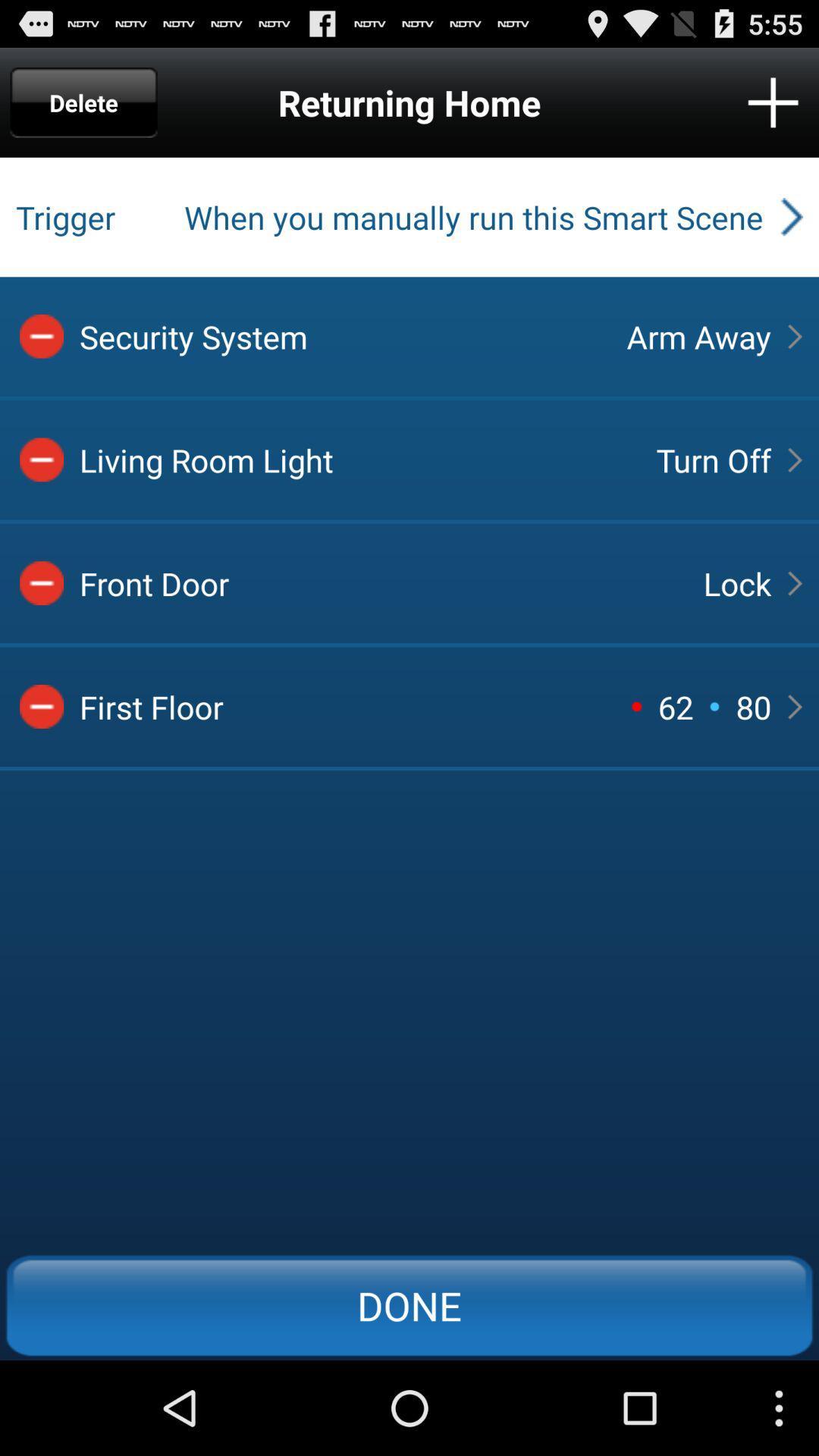 The height and width of the screenshot is (1456, 819). I want to click on the red colow option, so click(41, 582).